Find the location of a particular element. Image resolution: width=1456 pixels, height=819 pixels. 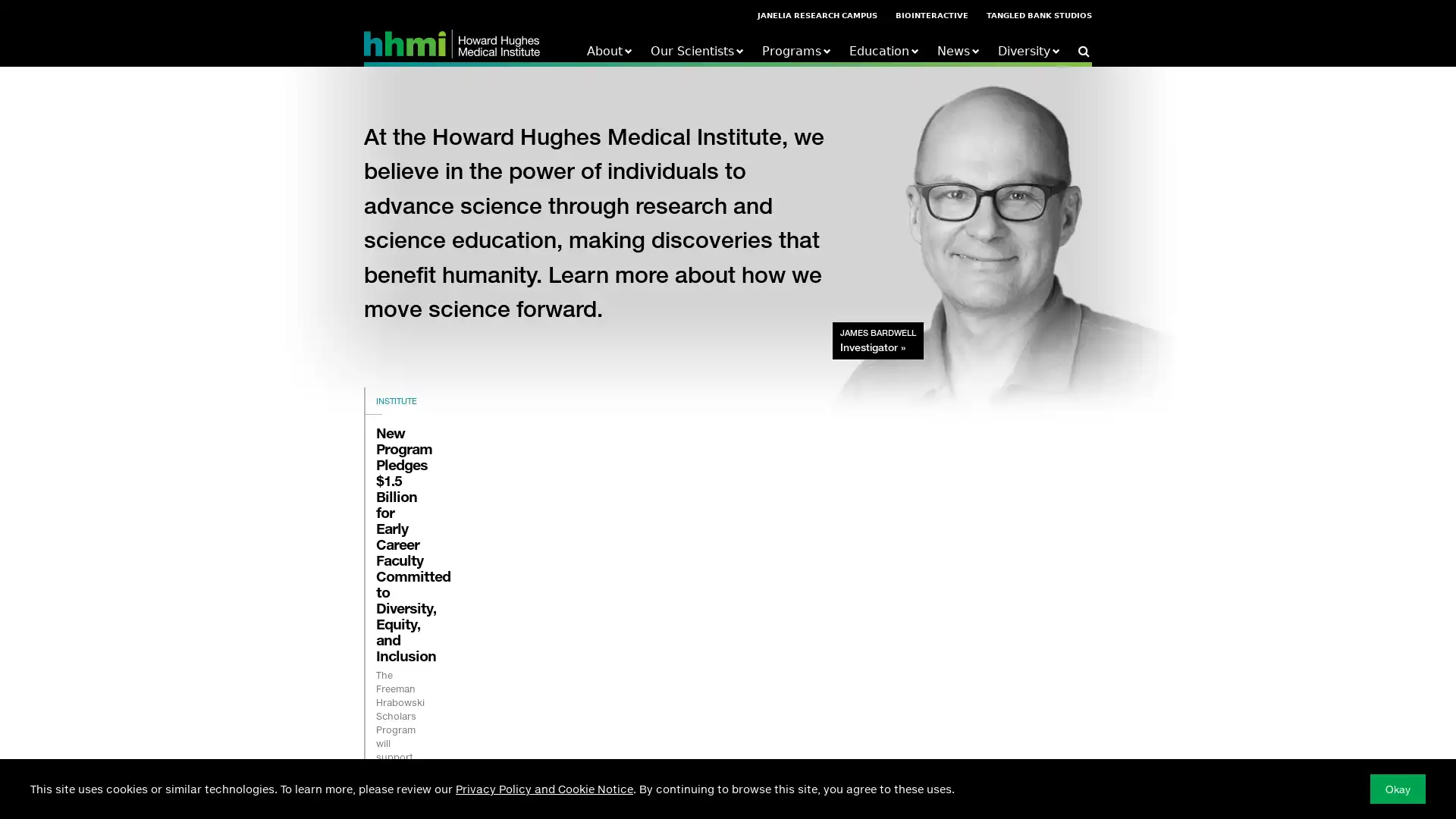

Education is located at coordinates (884, 51).